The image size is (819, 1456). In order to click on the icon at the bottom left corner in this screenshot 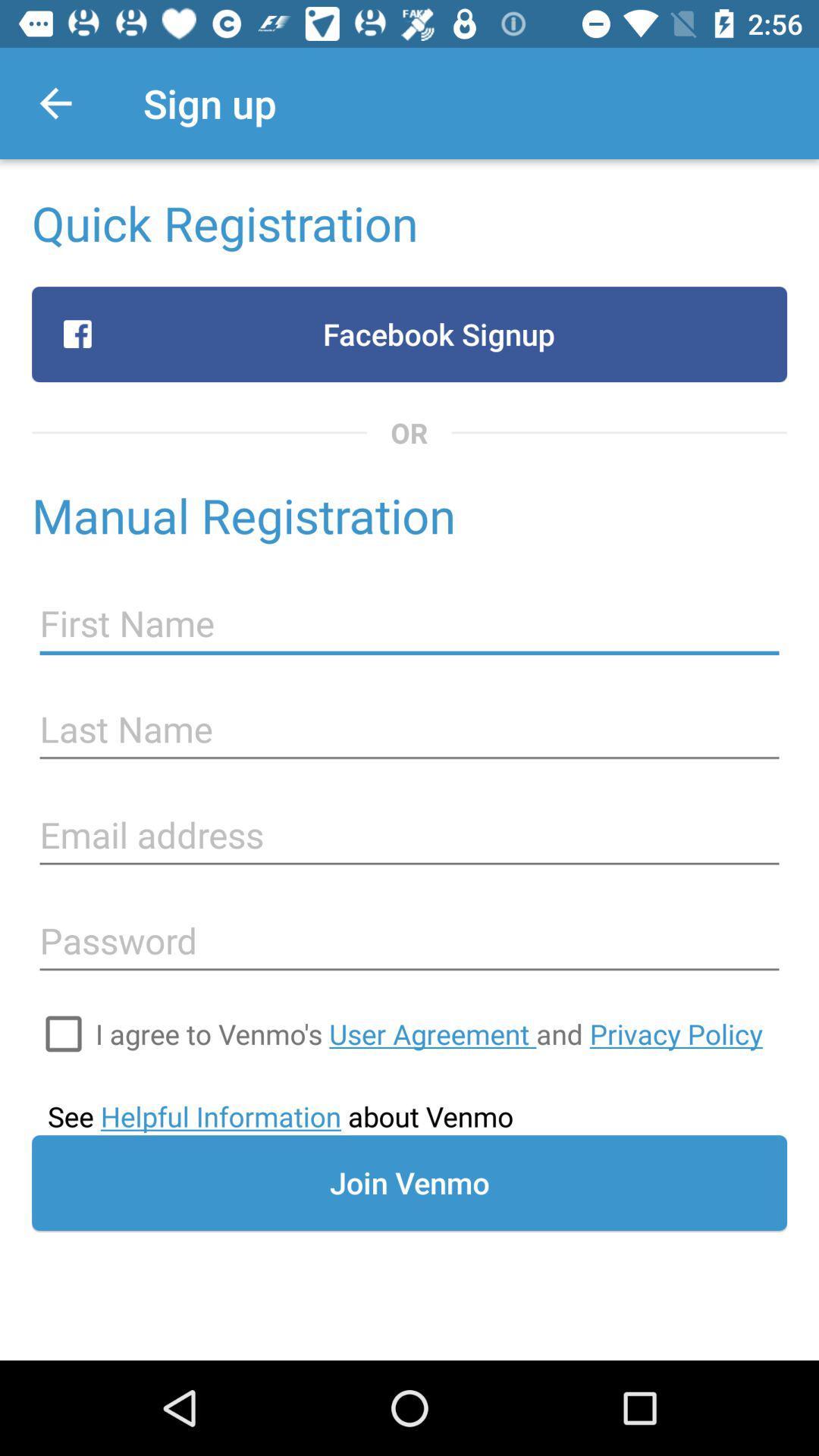, I will do `click(63, 1033)`.